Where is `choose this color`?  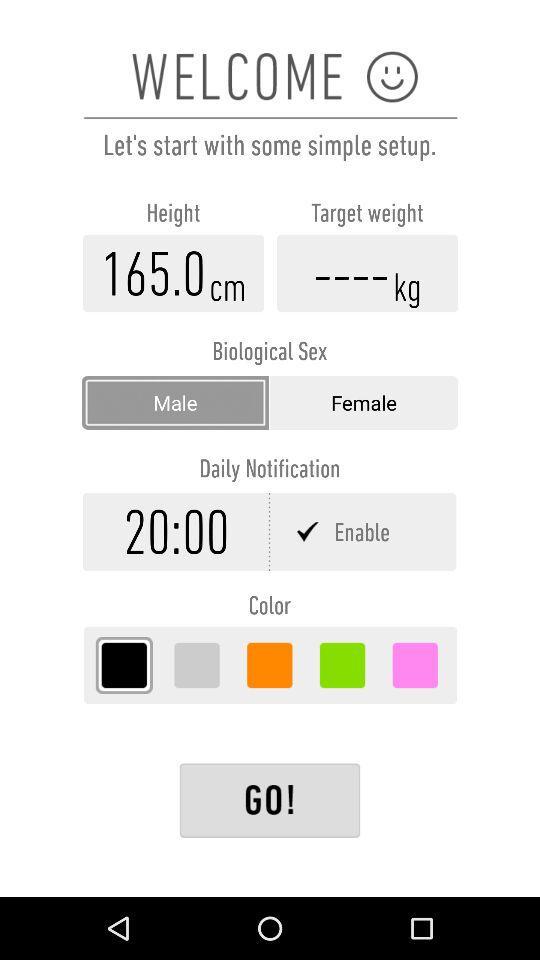 choose this color is located at coordinates (124, 665).